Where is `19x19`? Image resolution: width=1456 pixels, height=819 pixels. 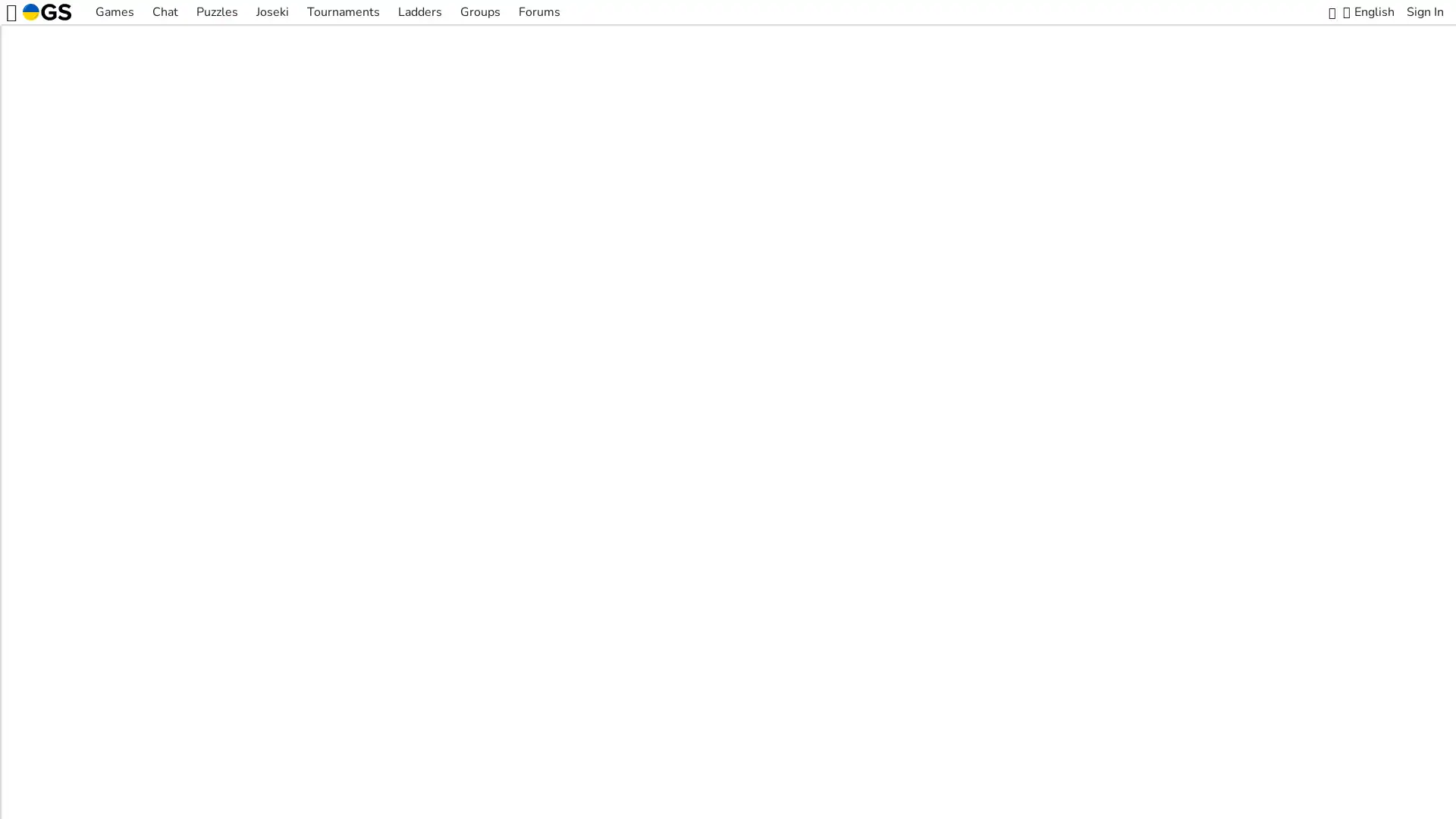
19x19 is located at coordinates (723, 598).